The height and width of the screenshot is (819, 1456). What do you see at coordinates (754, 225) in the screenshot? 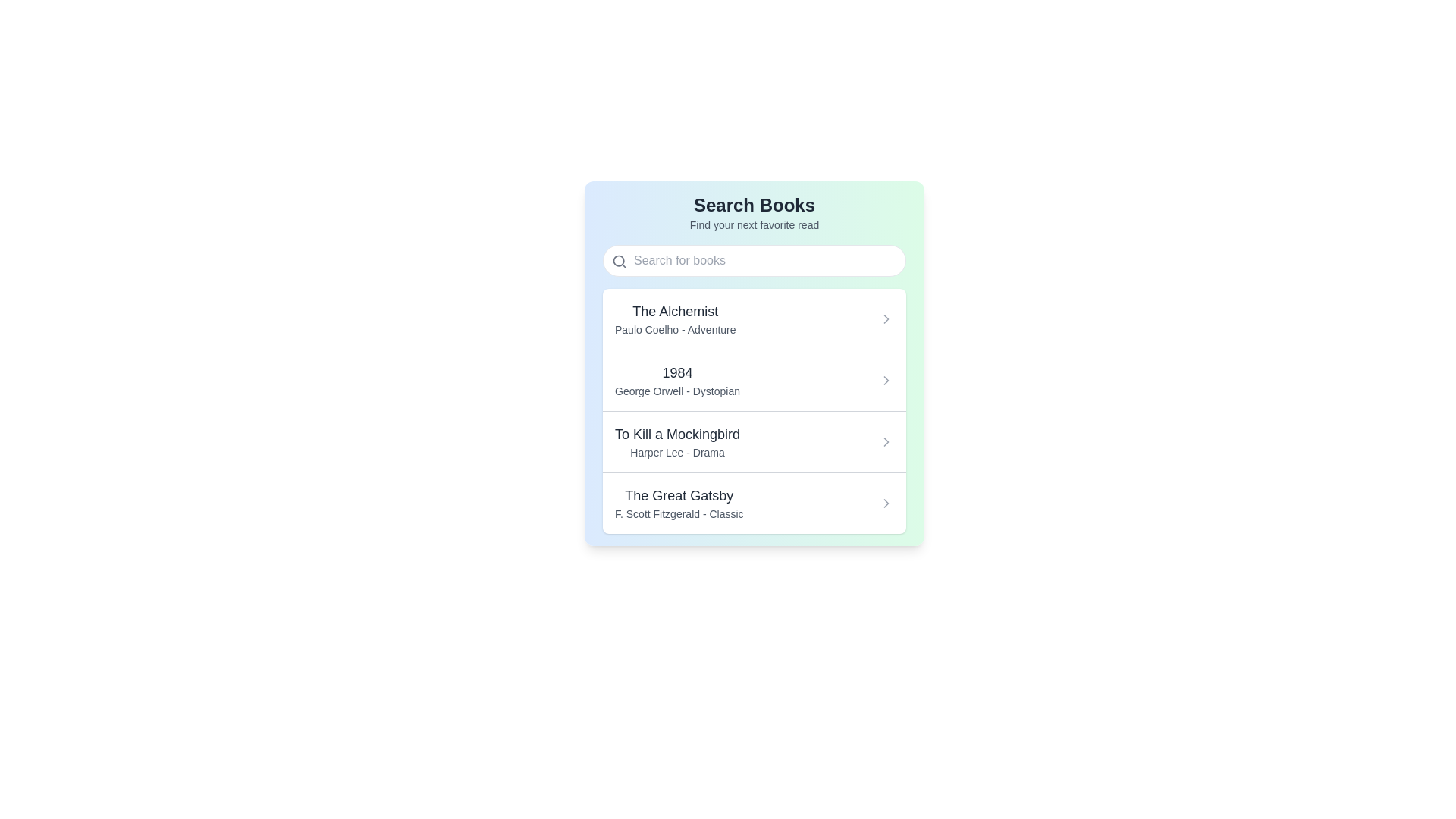
I see `the static text label that reads 'Find your next favorite read.' located under the 'Search Books' title` at bounding box center [754, 225].